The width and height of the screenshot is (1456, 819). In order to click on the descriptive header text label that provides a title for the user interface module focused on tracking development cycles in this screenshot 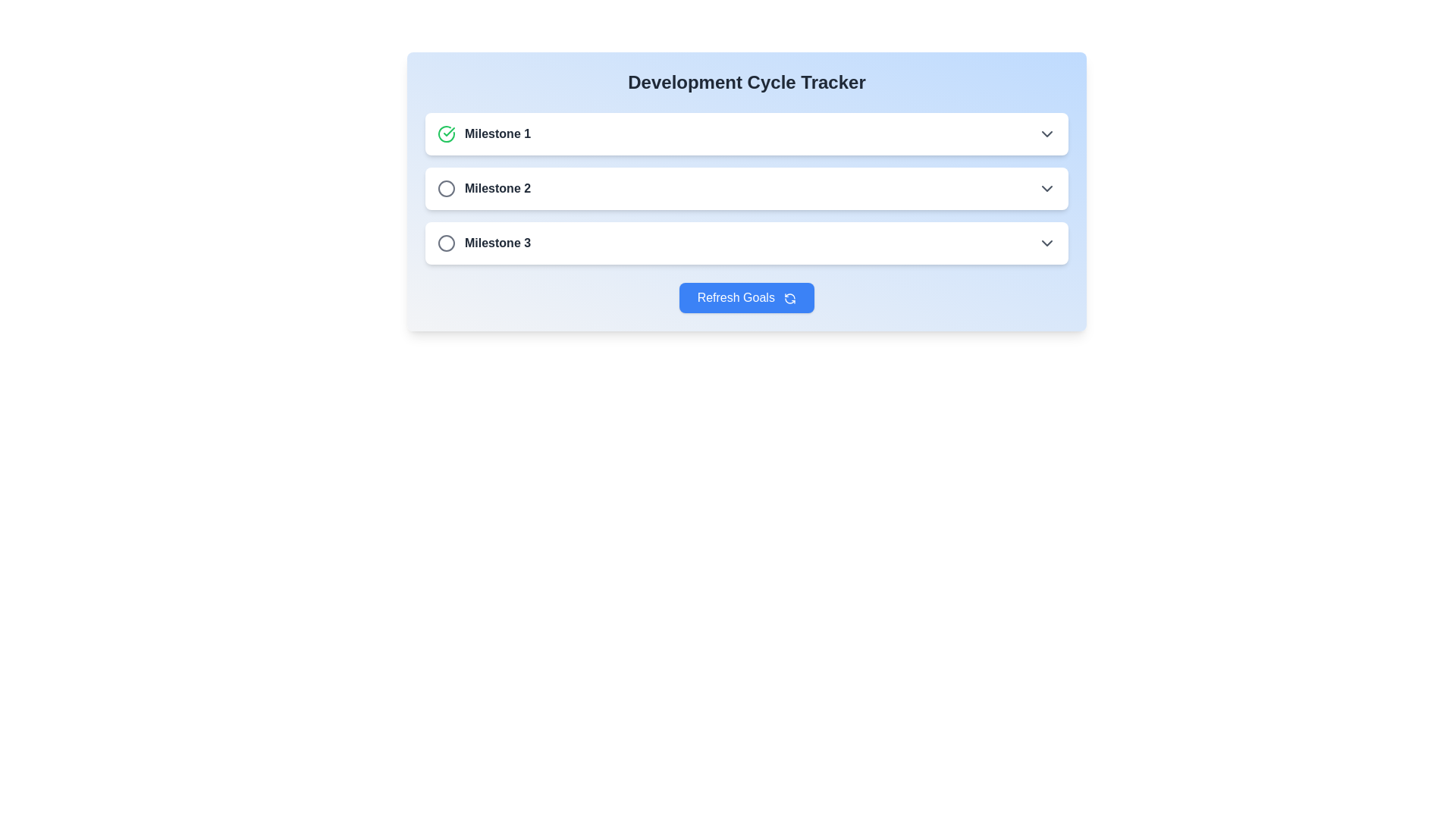, I will do `click(746, 82)`.